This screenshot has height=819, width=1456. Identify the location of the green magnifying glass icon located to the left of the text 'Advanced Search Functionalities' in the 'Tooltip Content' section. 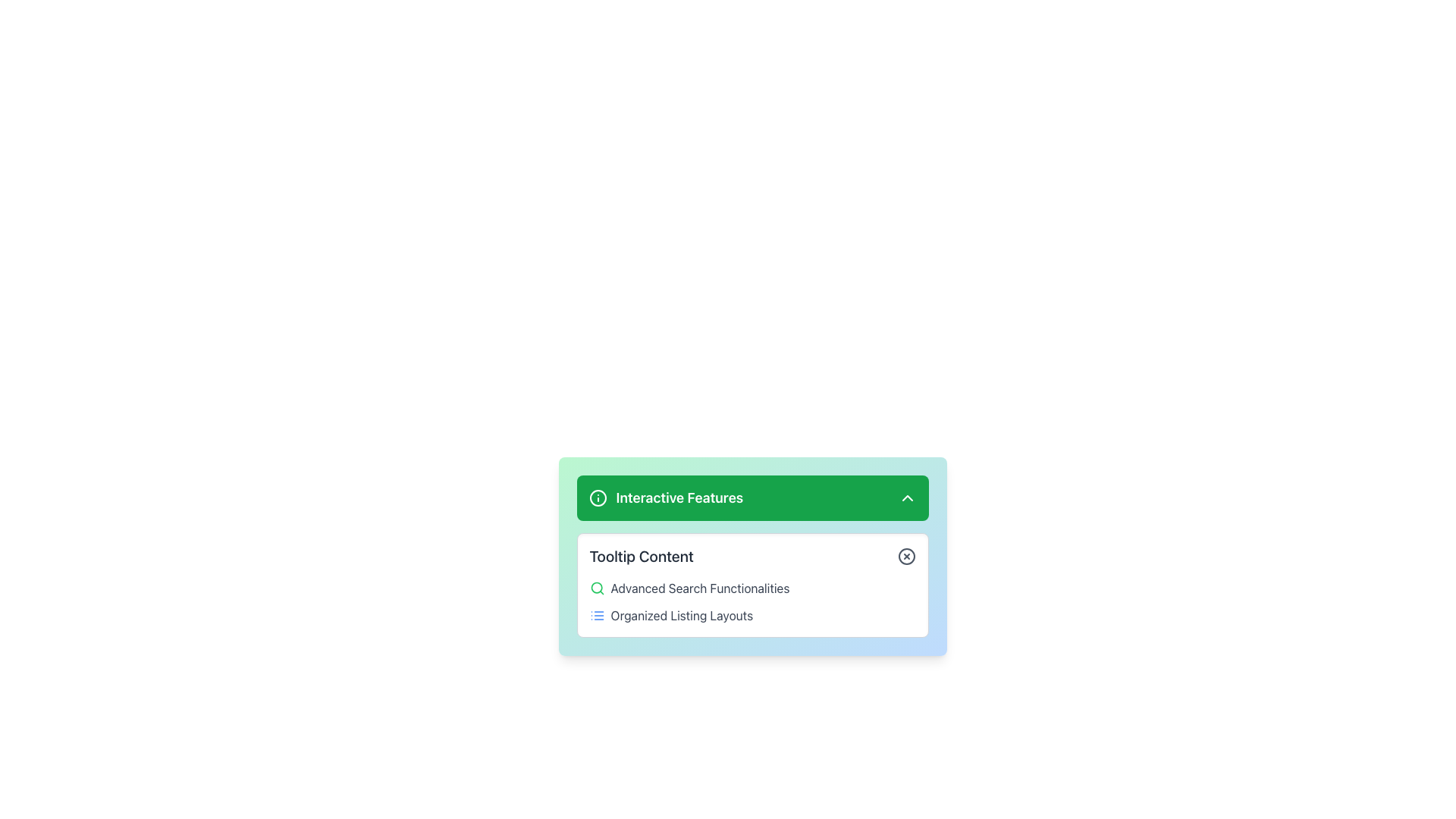
(596, 587).